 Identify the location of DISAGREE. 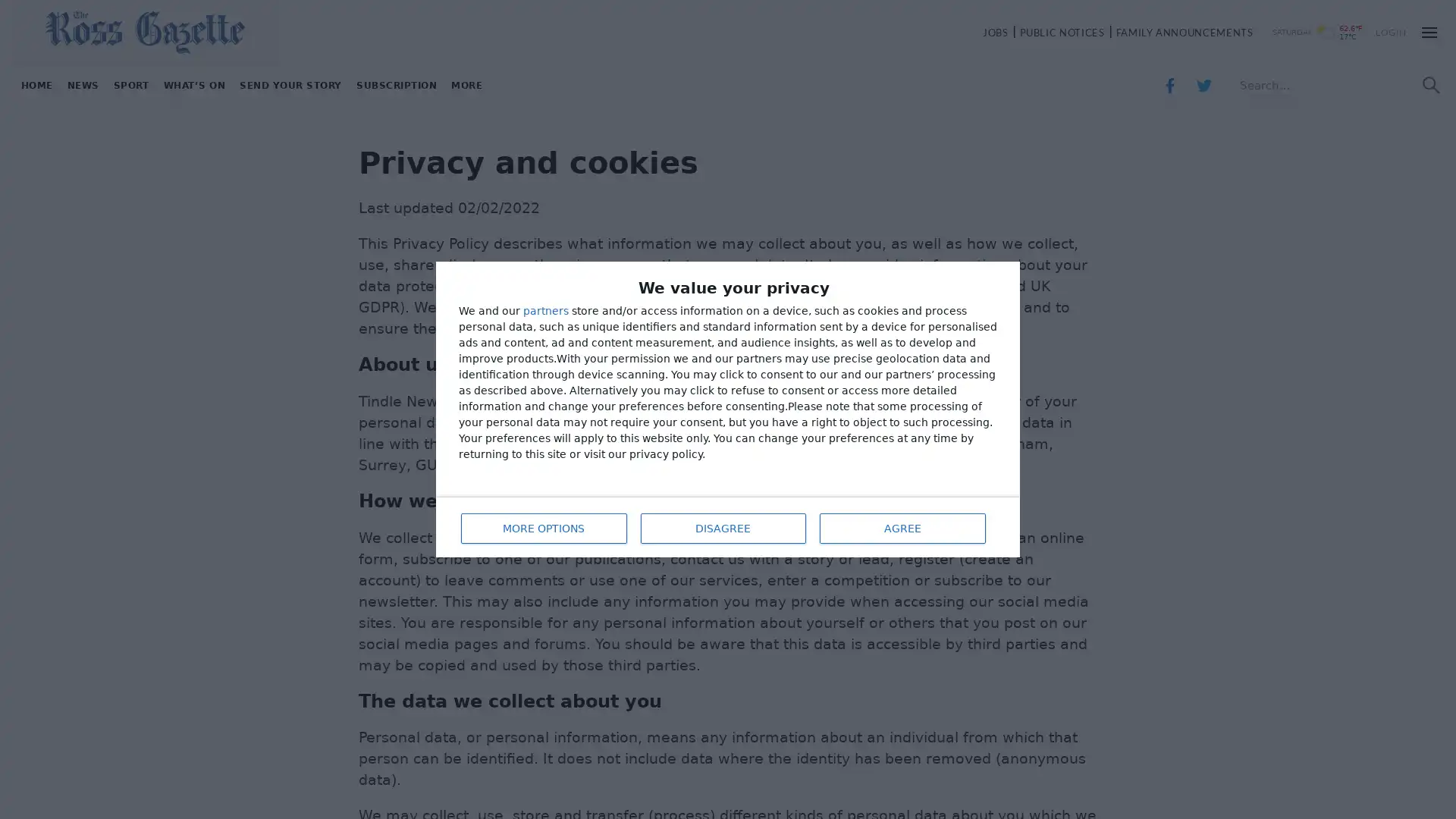
(720, 526).